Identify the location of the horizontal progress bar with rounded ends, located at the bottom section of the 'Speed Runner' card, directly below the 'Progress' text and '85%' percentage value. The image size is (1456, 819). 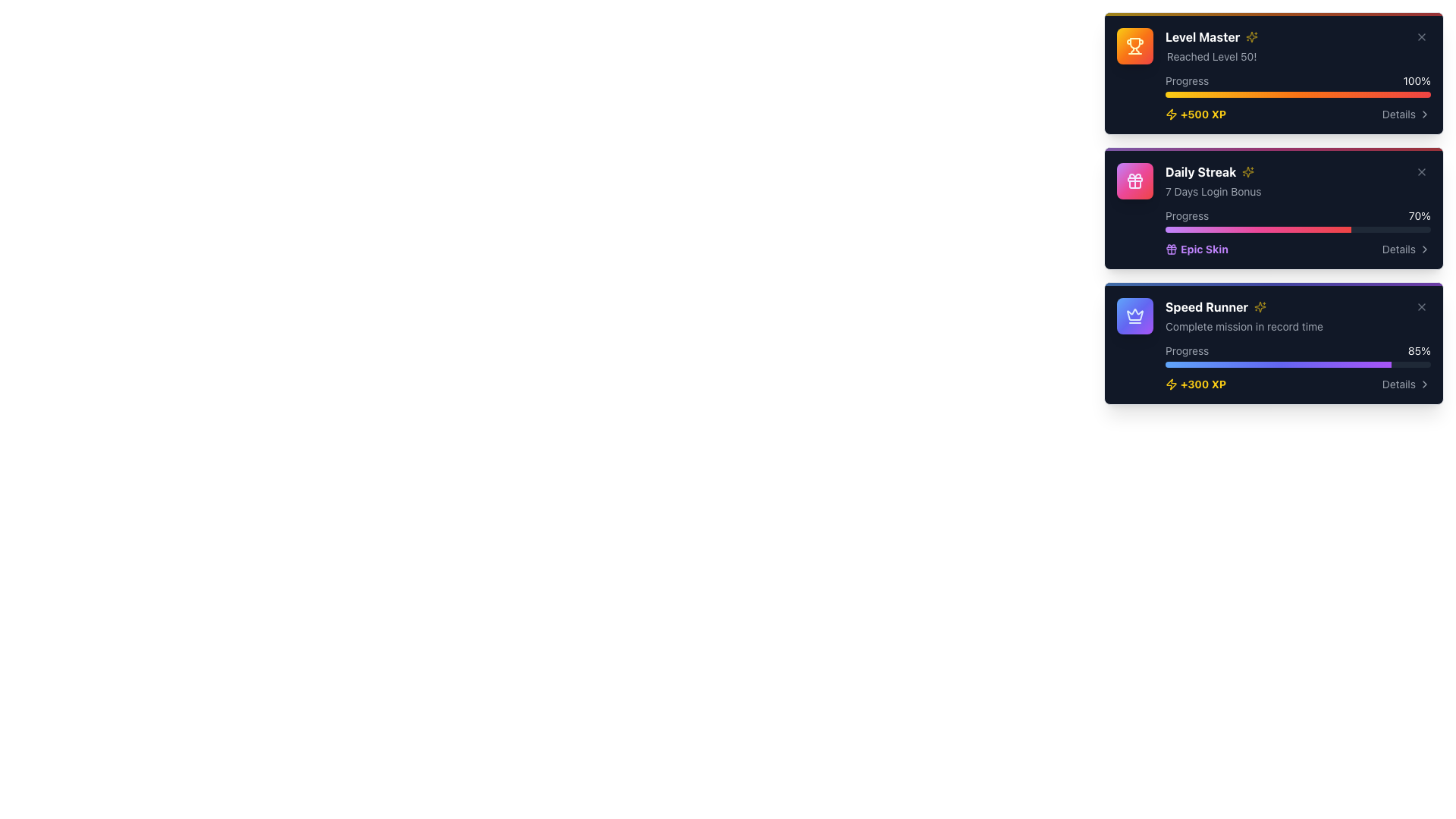
(1298, 365).